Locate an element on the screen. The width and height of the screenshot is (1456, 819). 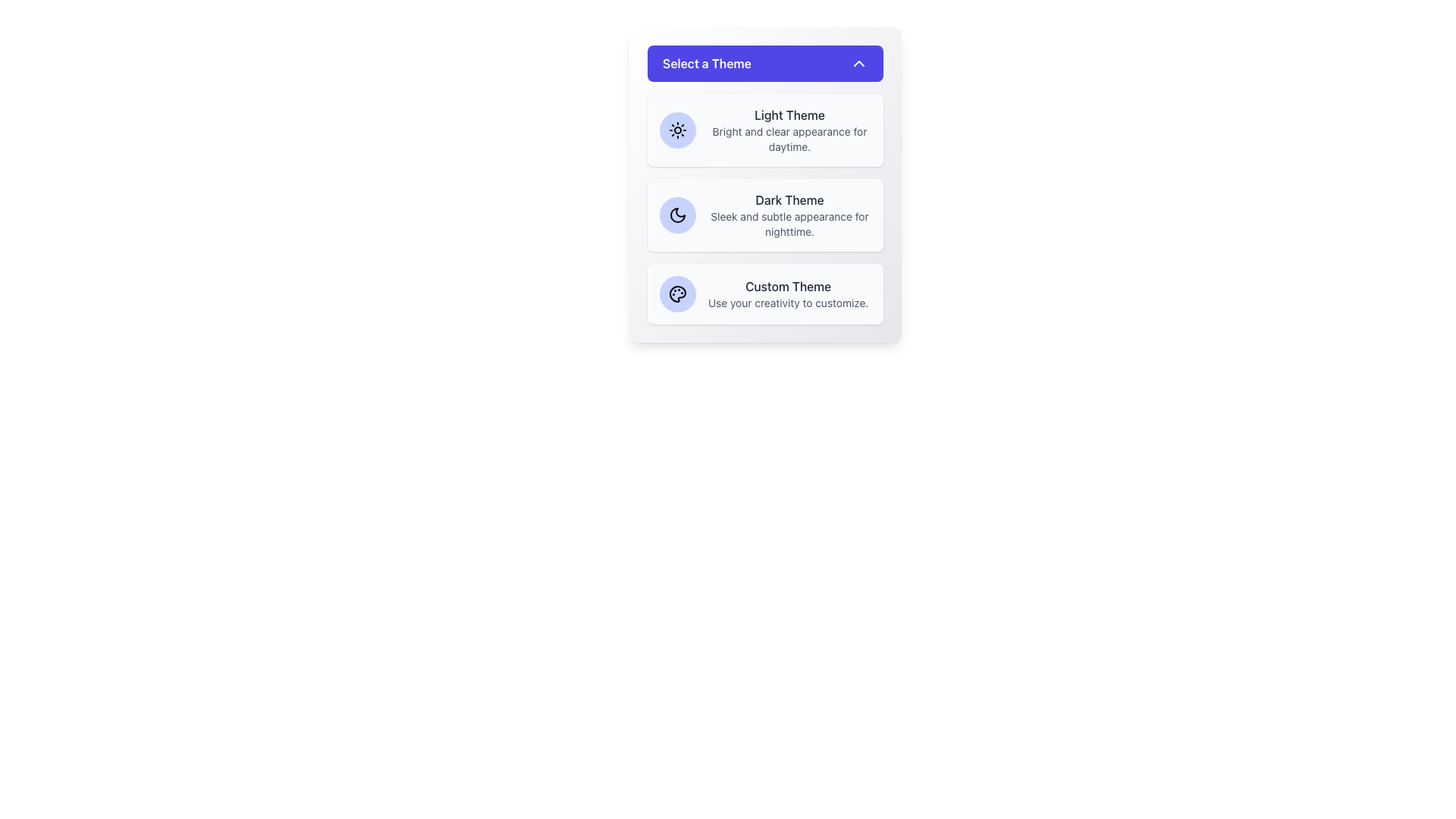
the 'Custom Theme' interactive selection card, which is the third card in the theme selection menu under the header 'Select a Theme' is located at coordinates (765, 294).